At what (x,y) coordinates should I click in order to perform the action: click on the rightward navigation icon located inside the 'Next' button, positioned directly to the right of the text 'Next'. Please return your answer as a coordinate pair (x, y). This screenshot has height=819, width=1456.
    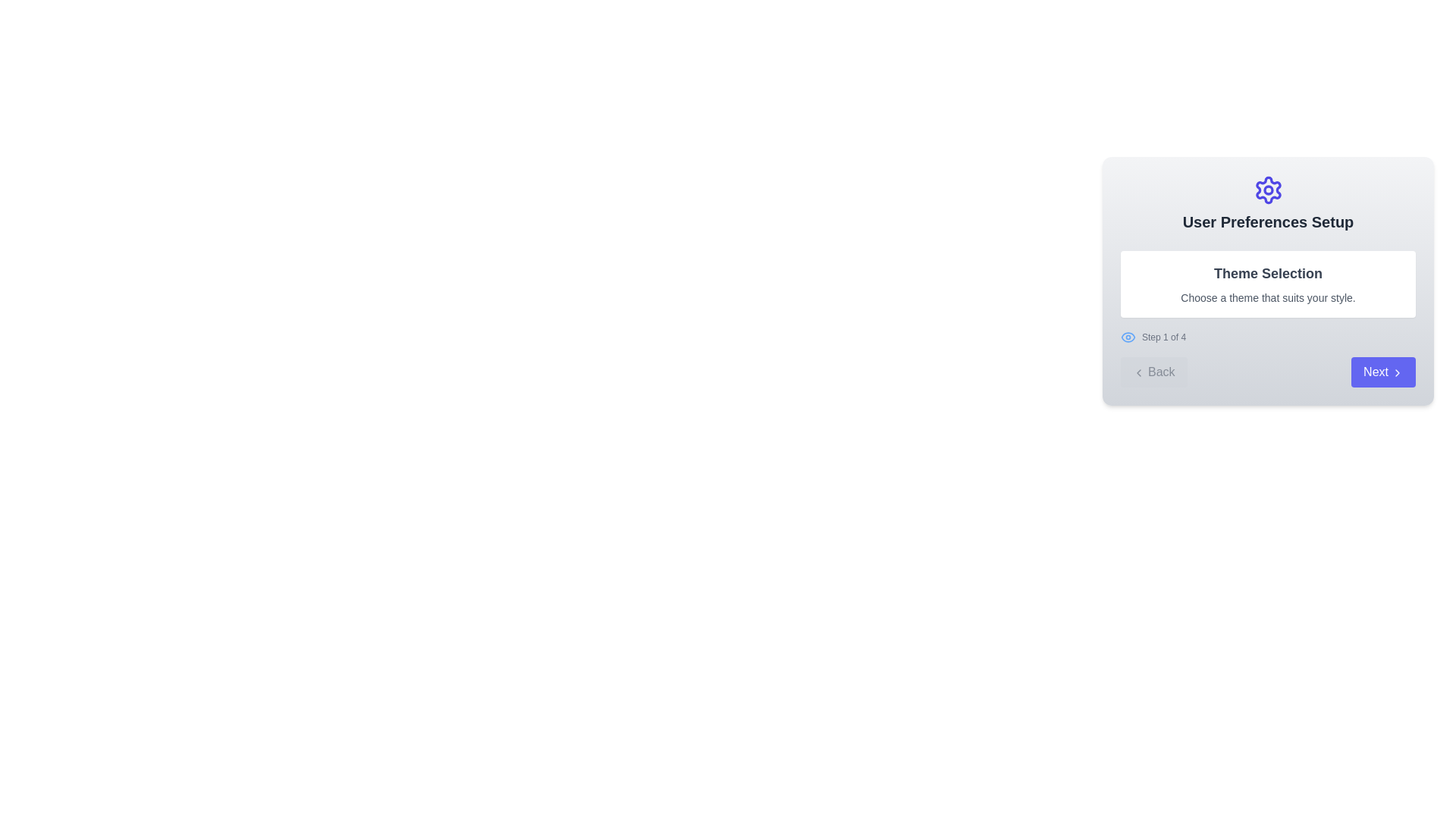
    Looking at the image, I should click on (1397, 372).